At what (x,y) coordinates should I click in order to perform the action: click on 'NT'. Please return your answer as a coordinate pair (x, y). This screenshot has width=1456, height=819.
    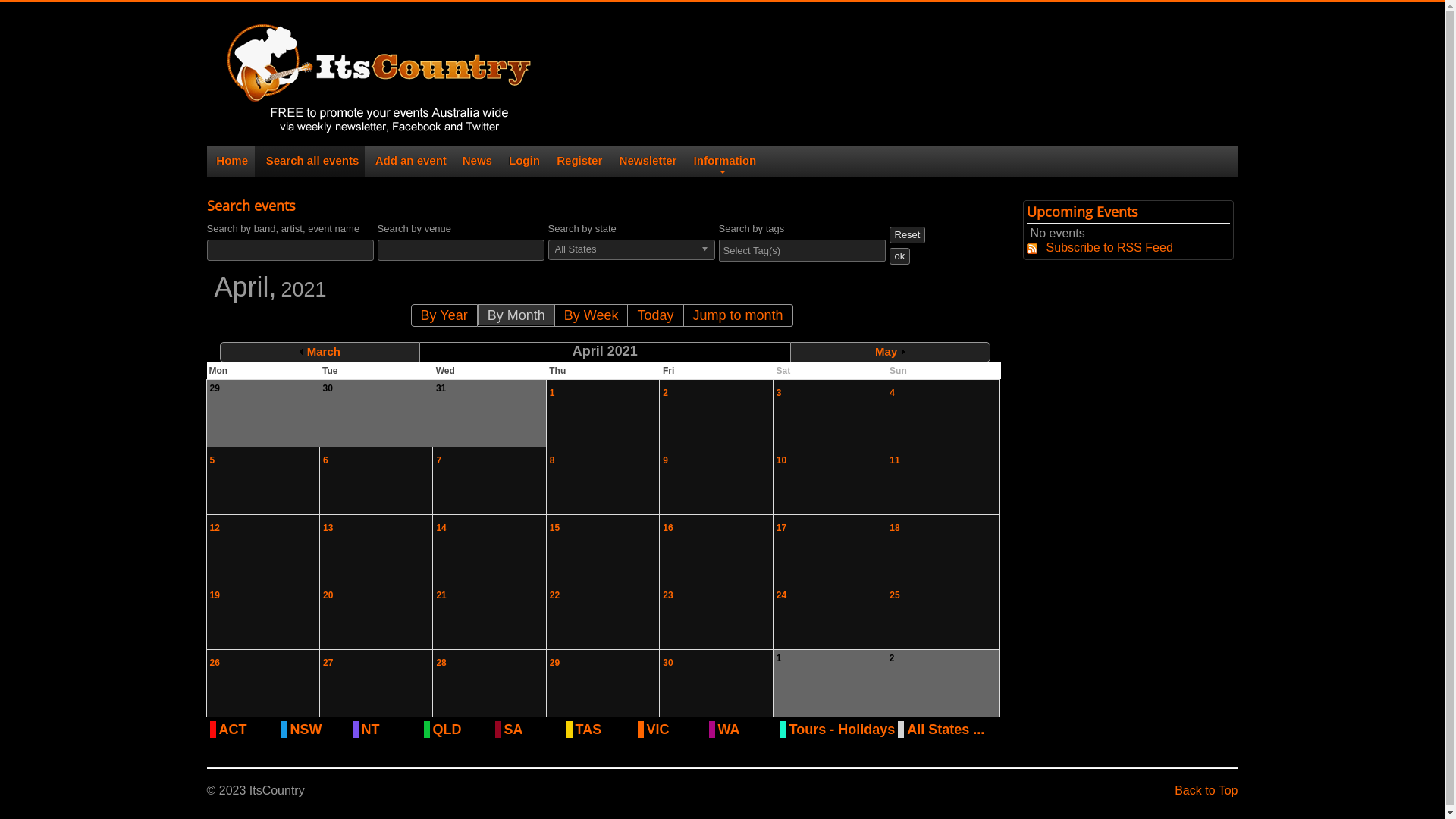
    Looking at the image, I should click on (390, 728).